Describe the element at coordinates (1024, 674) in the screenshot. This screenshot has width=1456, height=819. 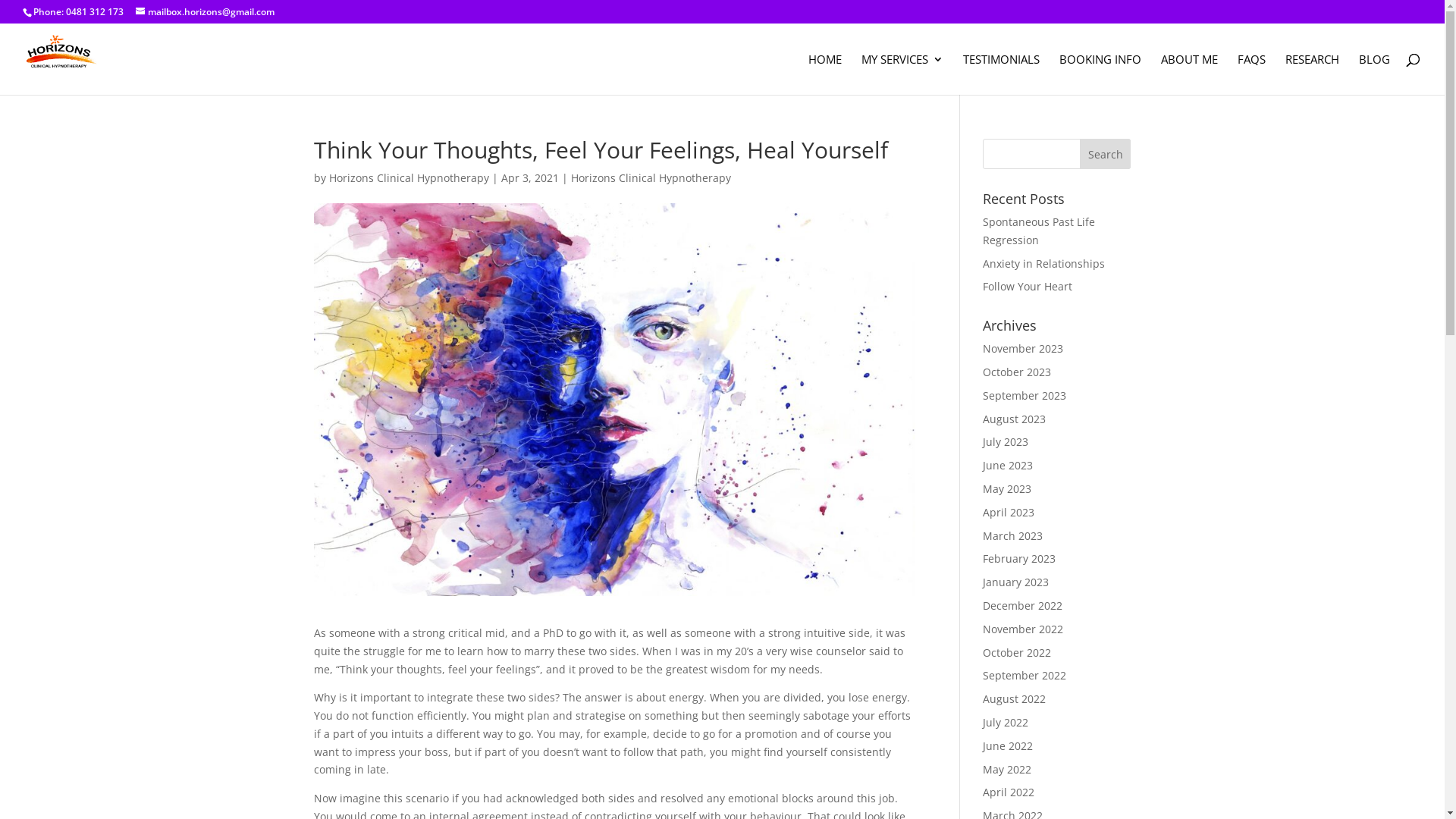
I see `'September 2022'` at that location.